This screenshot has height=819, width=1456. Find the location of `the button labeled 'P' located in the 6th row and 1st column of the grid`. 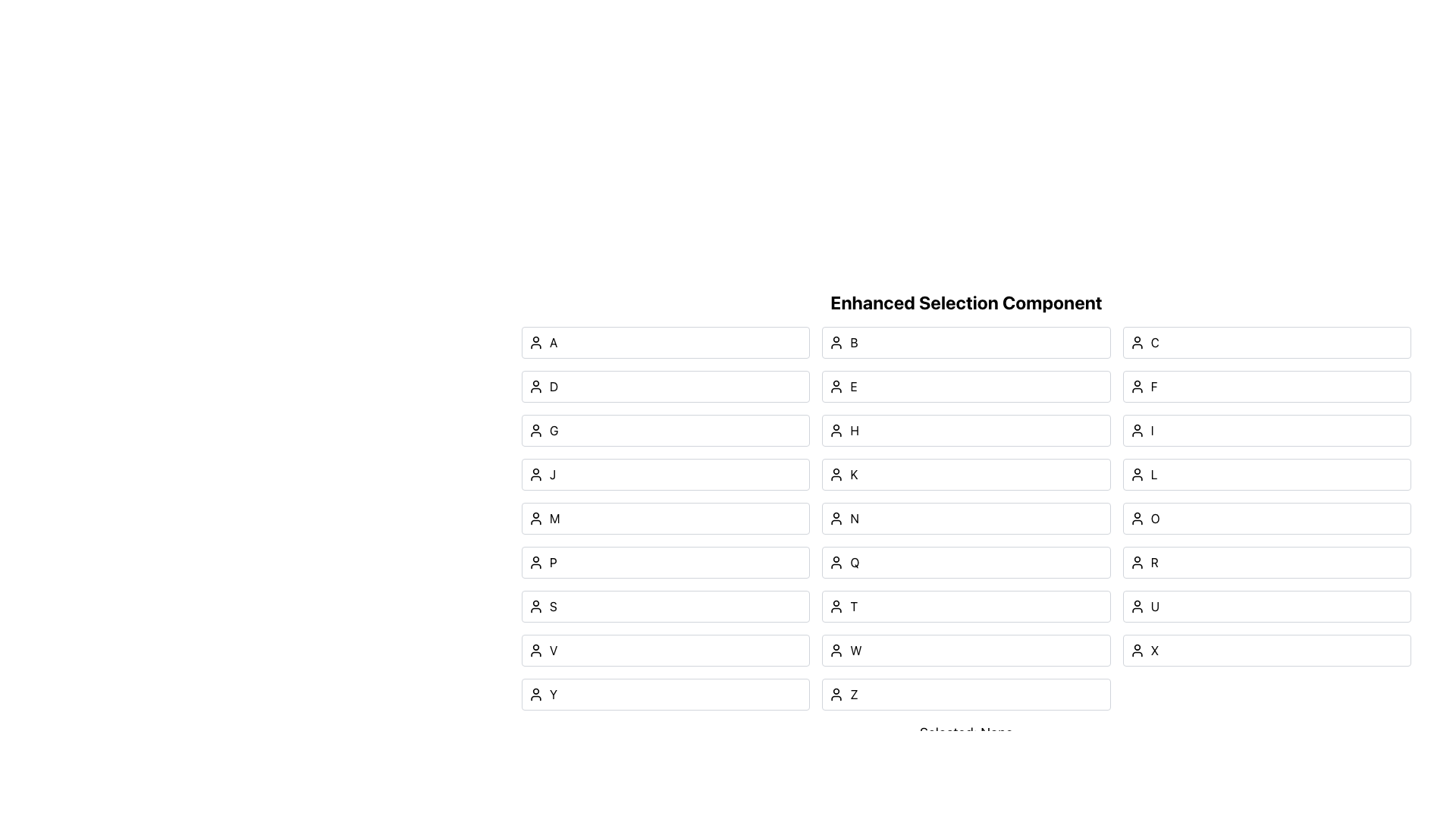

the button labeled 'P' located in the 6th row and 1st column of the grid is located at coordinates (666, 562).